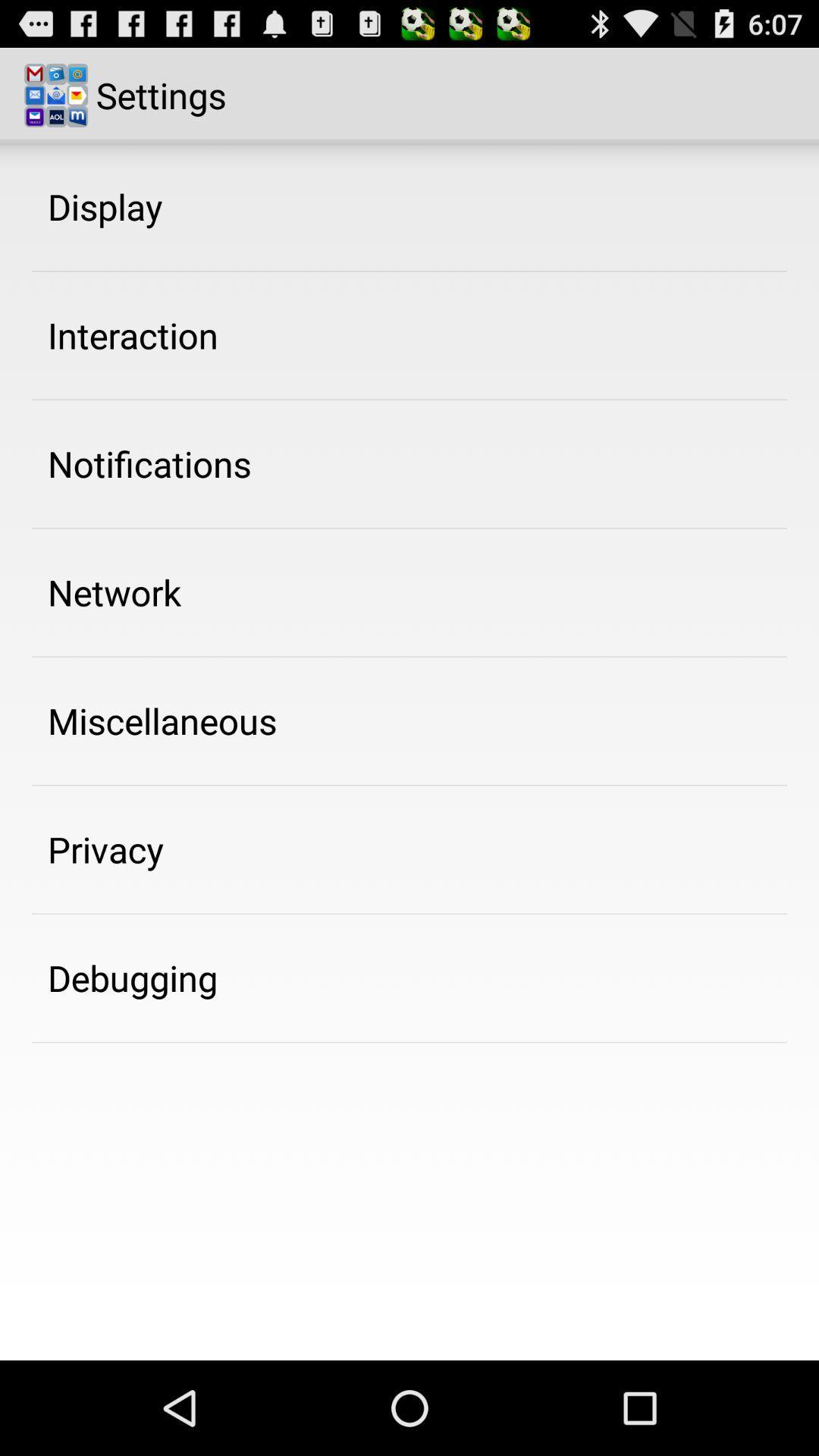 Image resolution: width=819 pixels, height=1456 pixels. I want to click on the interaction, so click(132, 334).